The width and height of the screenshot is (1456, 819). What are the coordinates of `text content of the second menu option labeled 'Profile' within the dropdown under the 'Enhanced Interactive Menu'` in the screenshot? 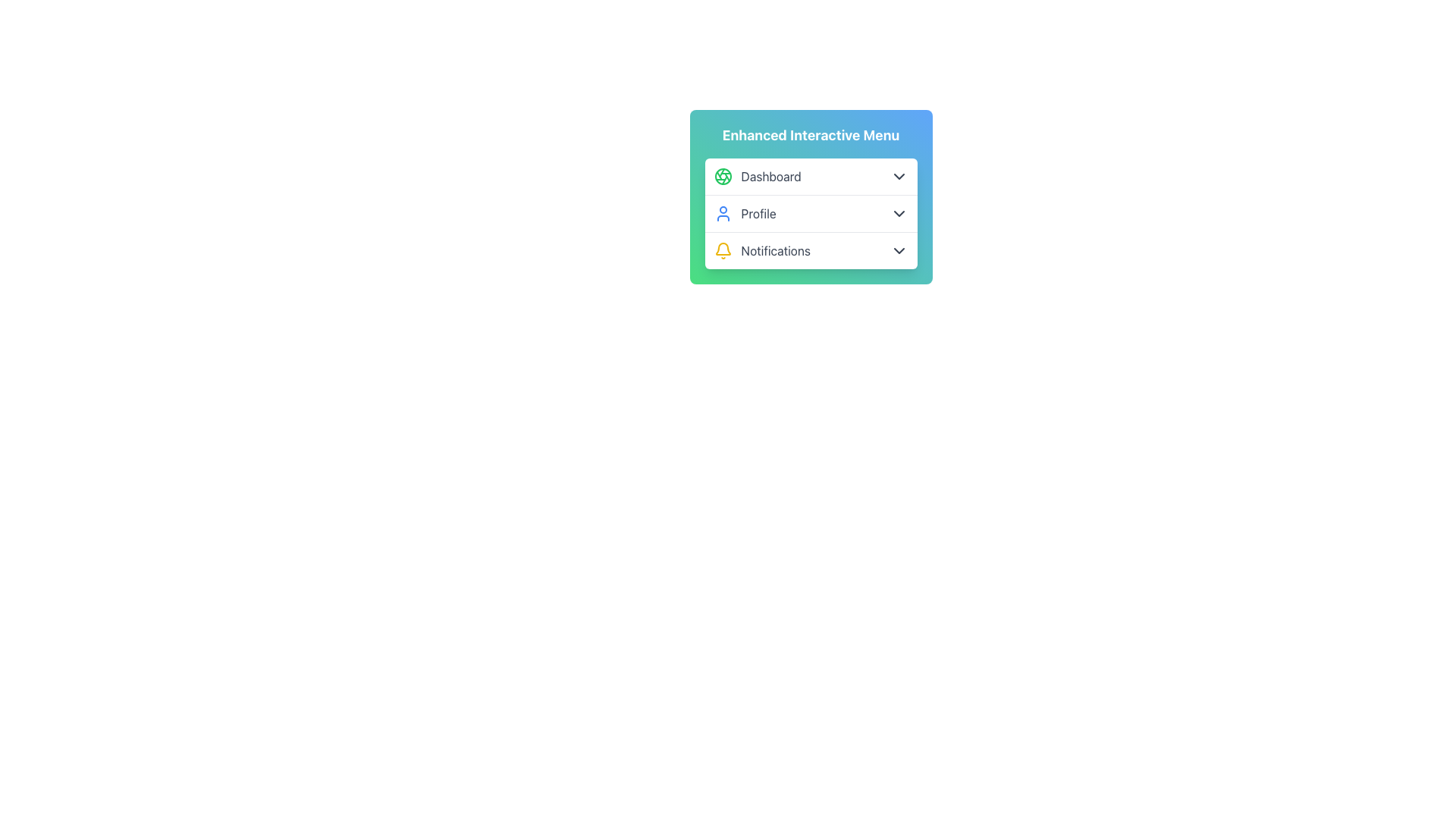 It's located at (758, 213).